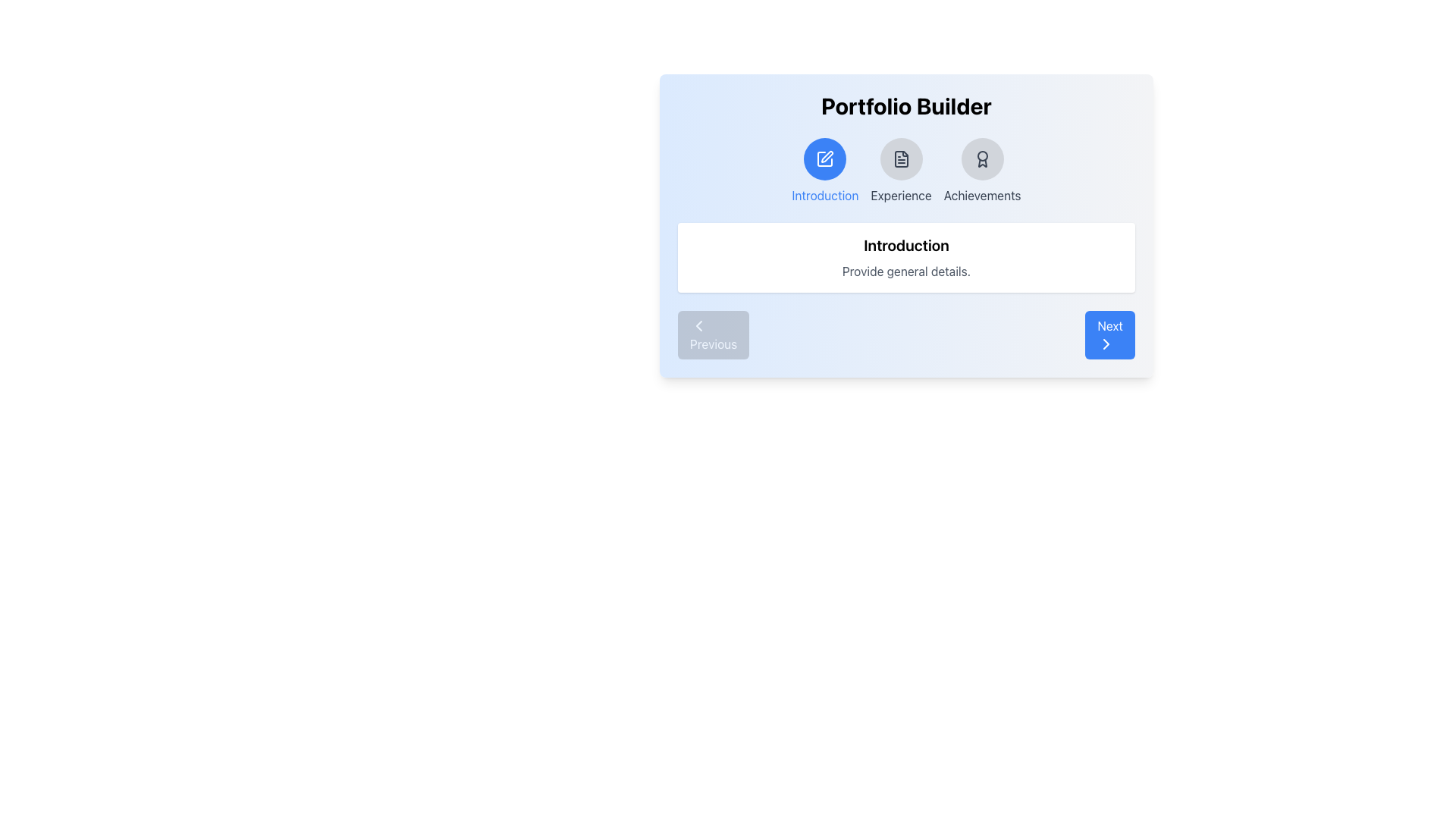 Image resolution: width=1456 pixels, height=819 pixels. What do you see at coordinates (713, 334) in the screenshot?
I see `the 'Previous' button located at the bottom-left corner of the navigation control group` at bounding box center [713, 334].